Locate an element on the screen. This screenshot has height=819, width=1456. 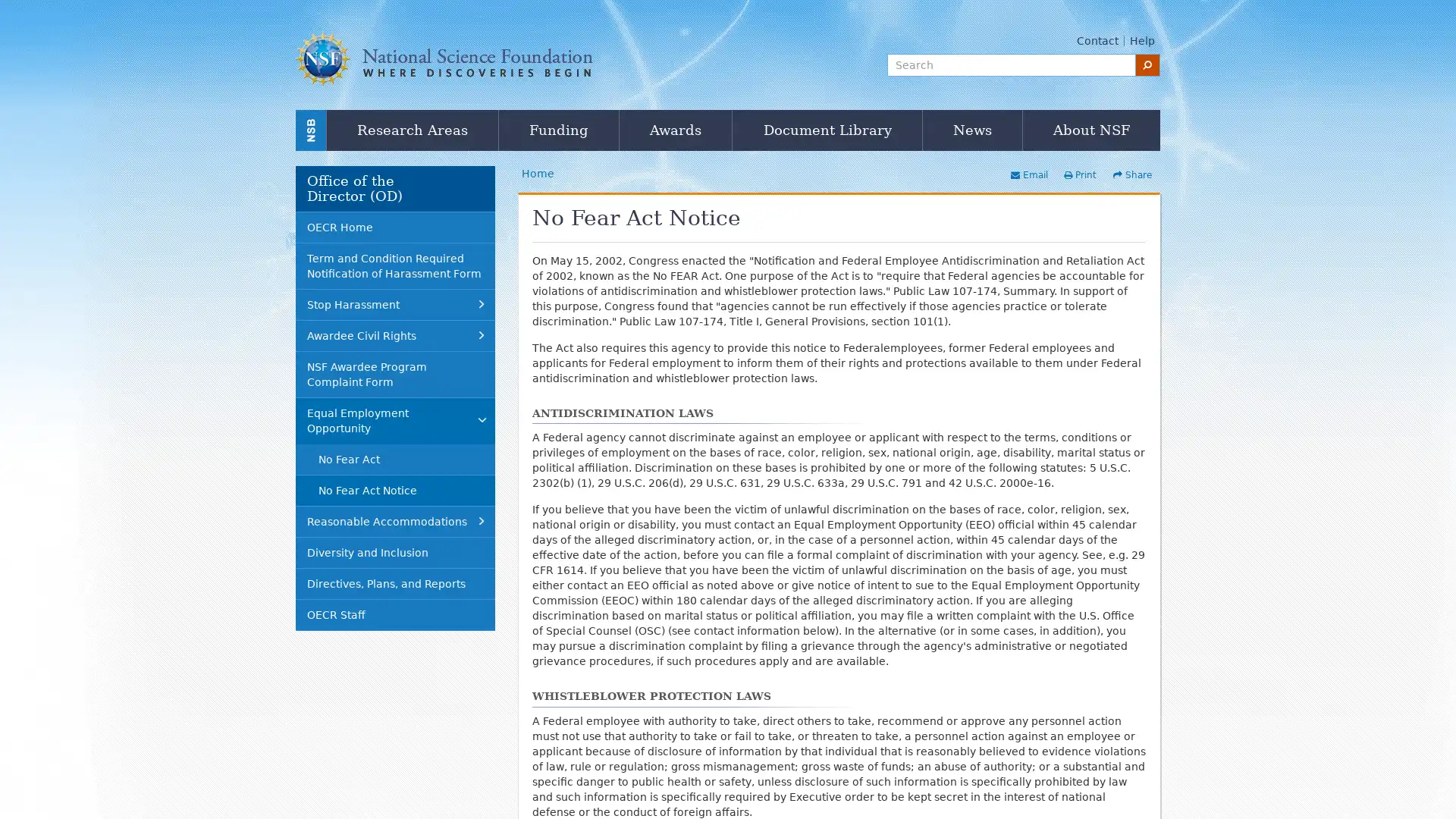
Print this page is located at coordinates (1078, 174).